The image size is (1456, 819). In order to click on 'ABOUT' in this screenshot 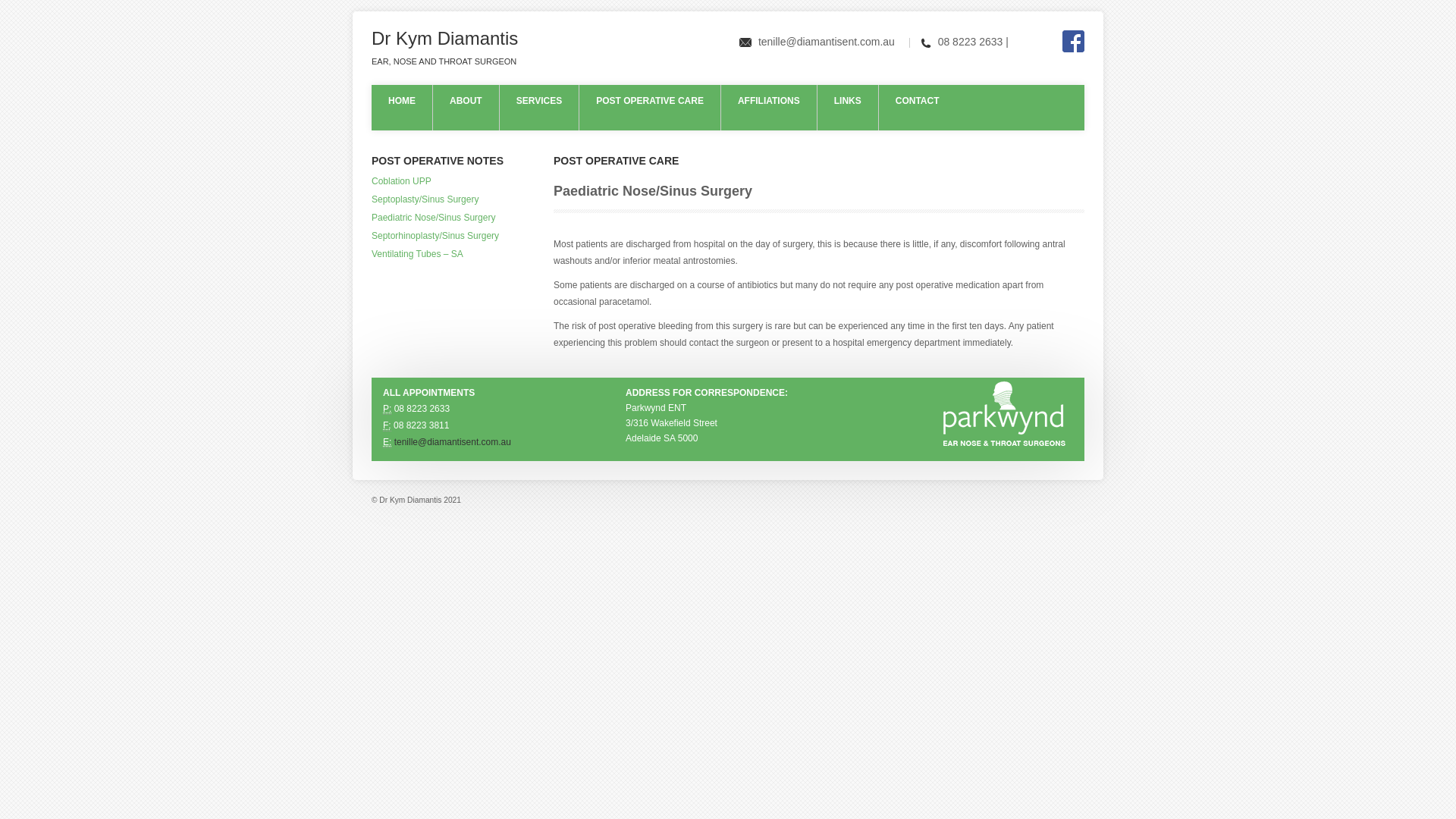, I will do `click(465, 107)`.